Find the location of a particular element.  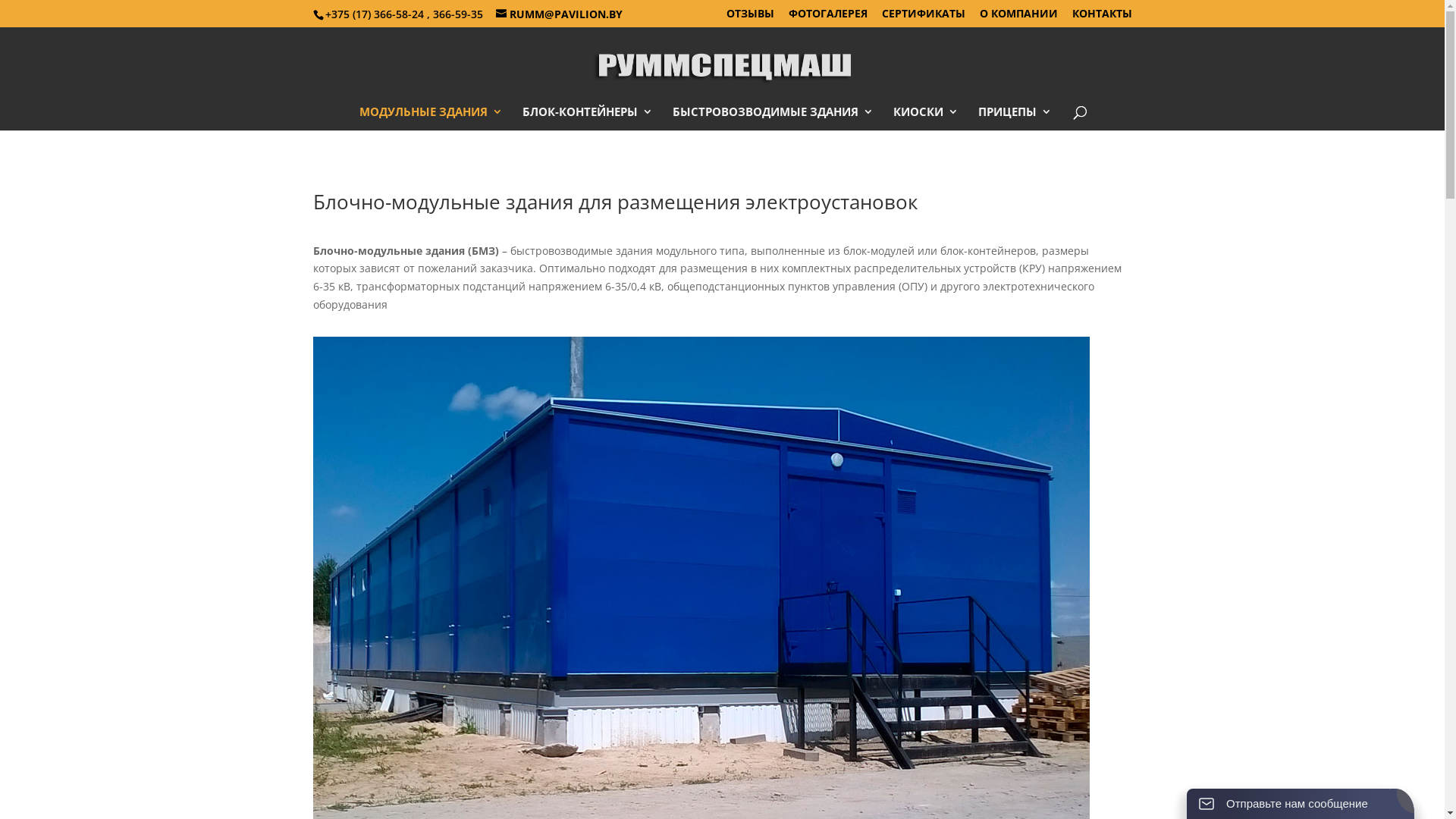

'RUMM@PAVILION.BY' is located at coordinates (558, 13).